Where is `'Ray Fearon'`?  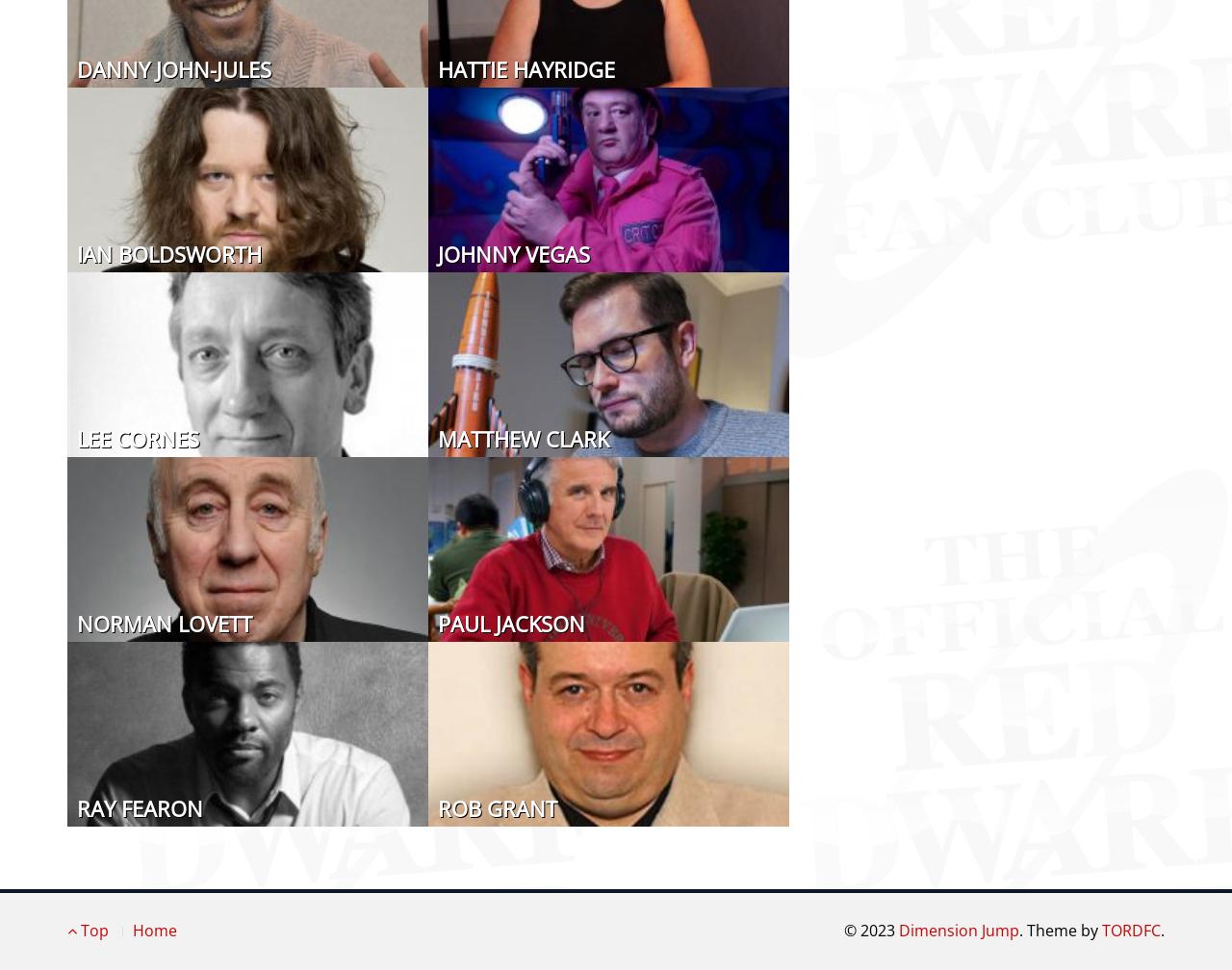 'Ray Fearon' is located at coordinates (77, 806).